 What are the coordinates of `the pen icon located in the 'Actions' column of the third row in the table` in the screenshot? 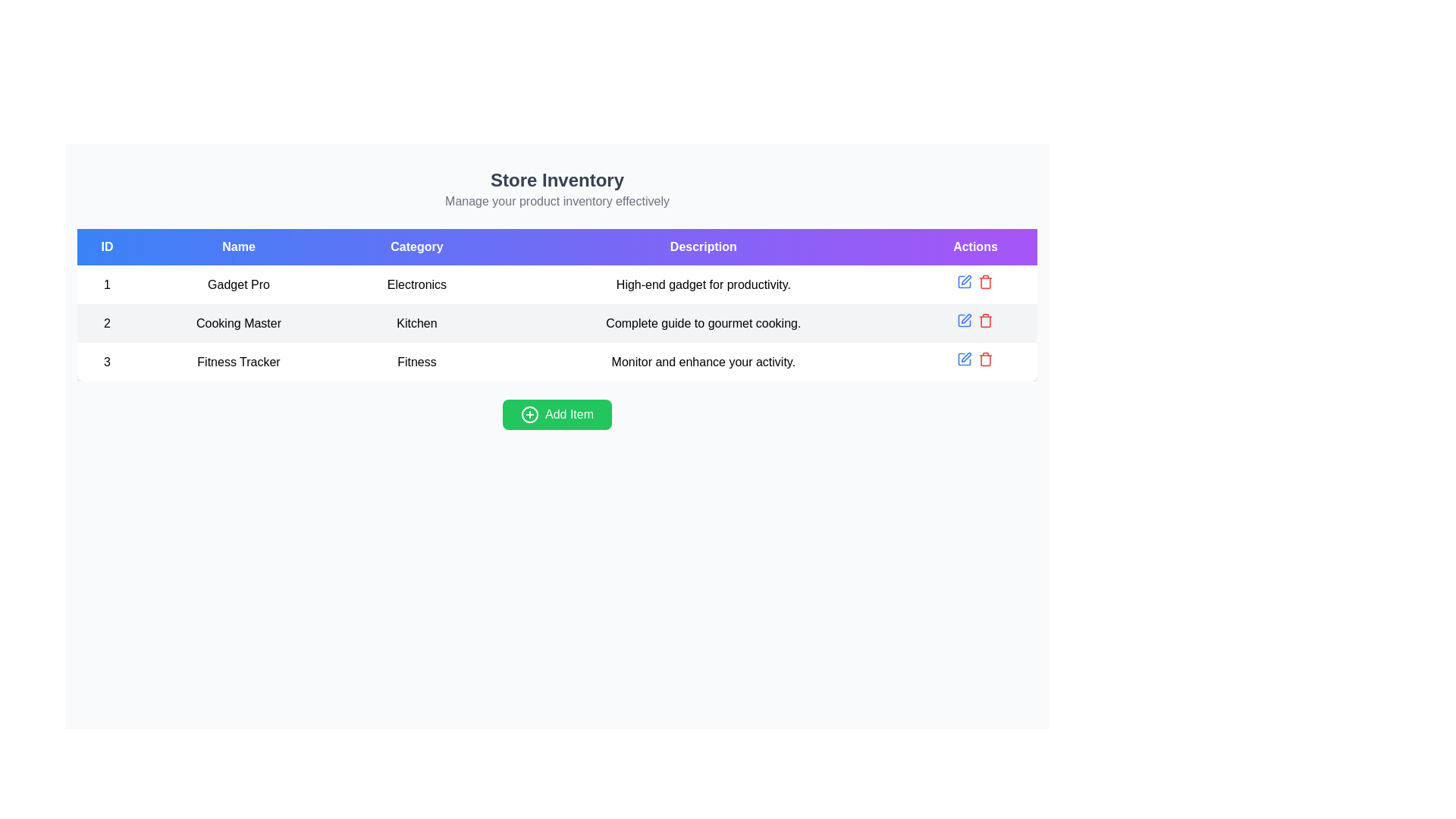 It's located at (965, 357).